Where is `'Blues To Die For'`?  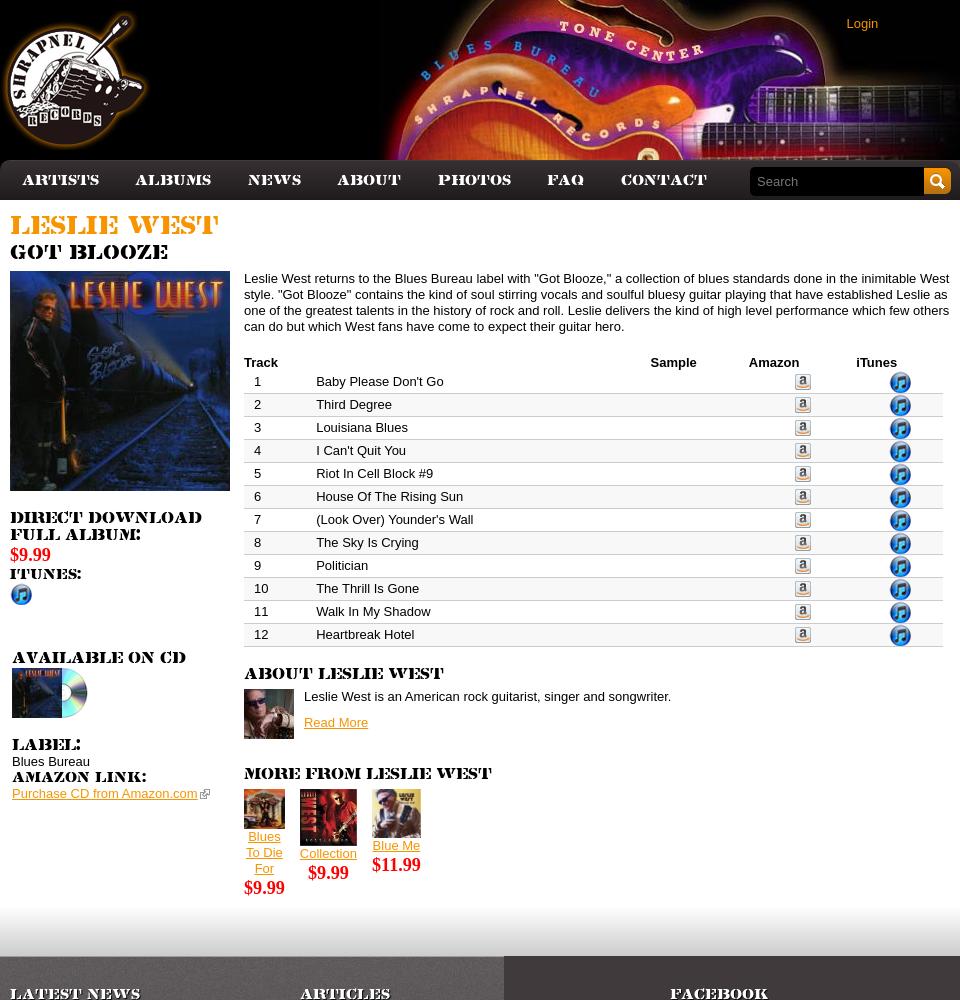
'Blues To Die For' is located at coordinates (262, 851).